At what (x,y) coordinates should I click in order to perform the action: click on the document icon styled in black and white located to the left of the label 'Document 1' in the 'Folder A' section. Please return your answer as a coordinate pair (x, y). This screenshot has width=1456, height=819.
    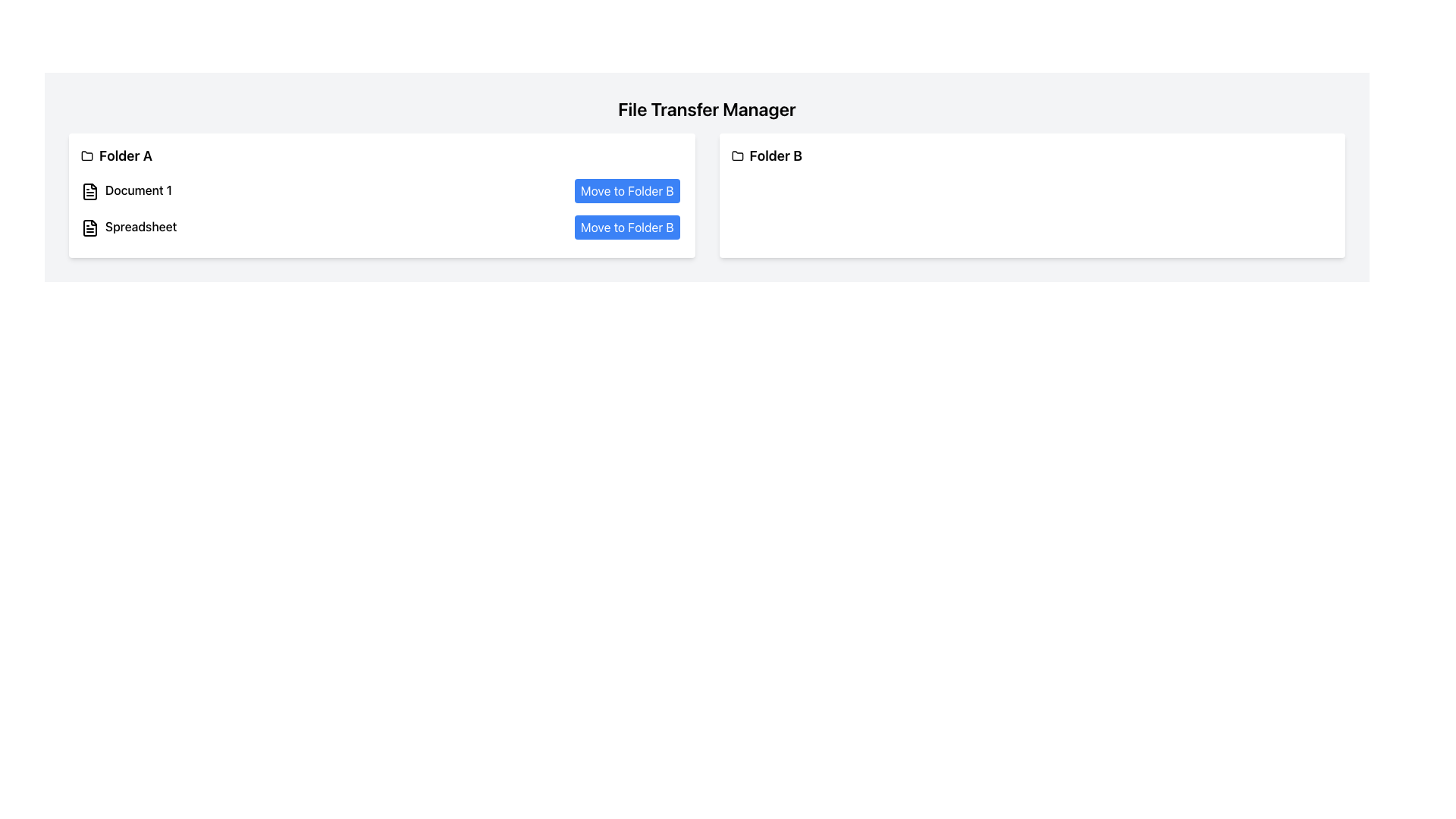
    Looking at the image, I should click on (89, 190).